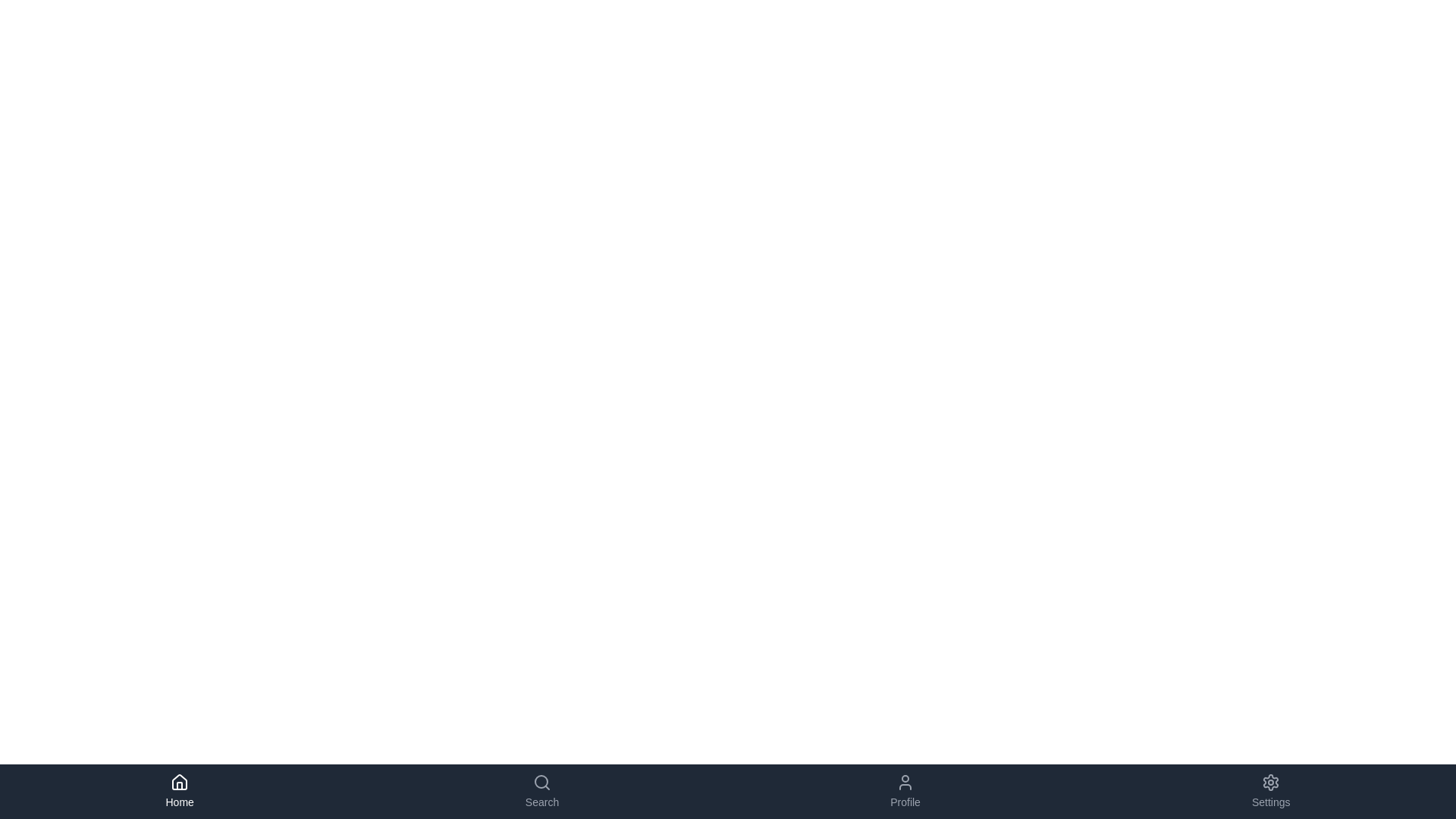 The width and height of the screenshot is (1456, 819). What do you see at coordinates (905, 801) in the screenshot?
I see `the 'Profile' text label located in the bottom navigation bar, which is styled in gray and presents the word 'Profile'` at bounding box center [905, 801].